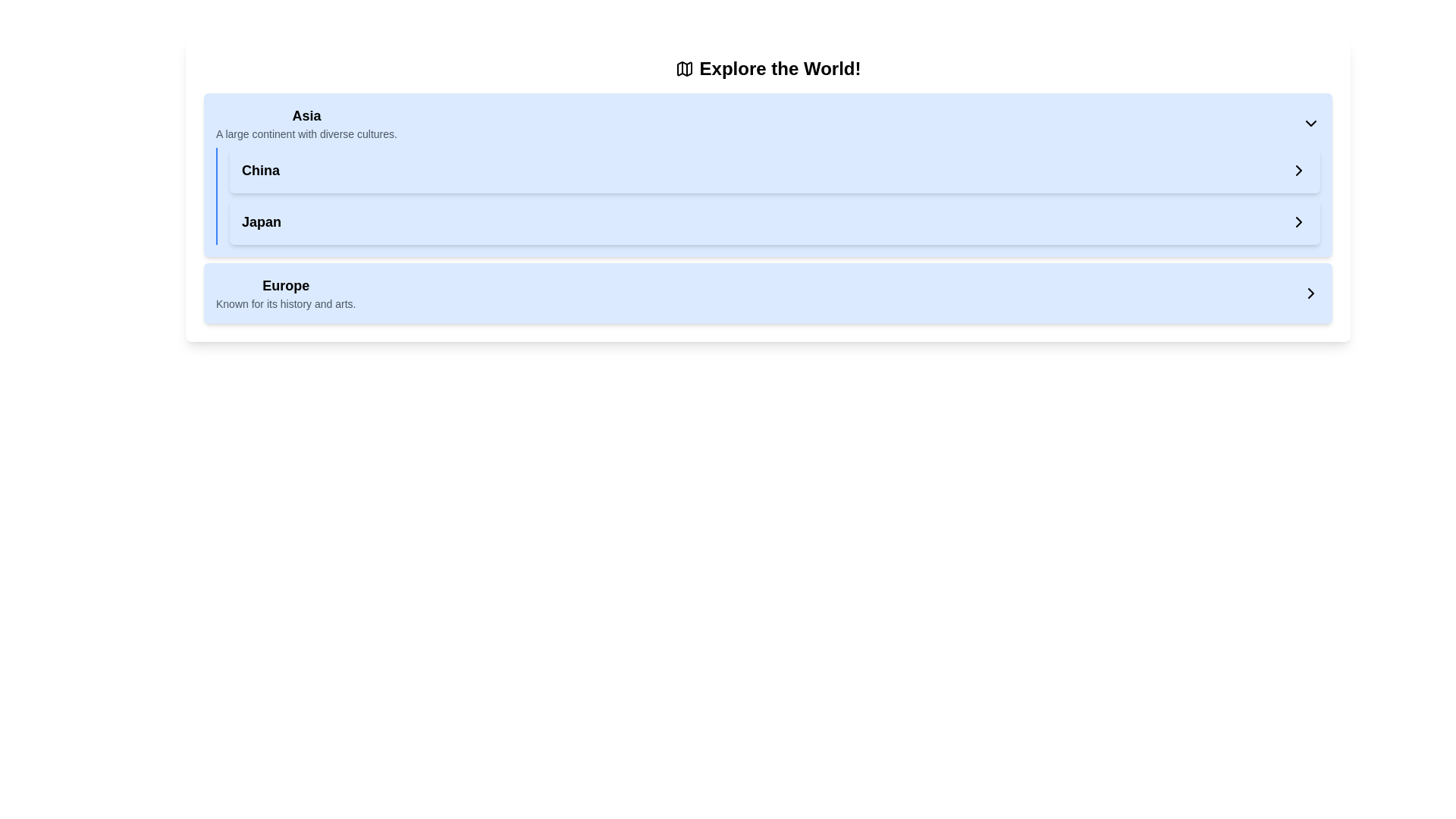 The height and width of the screenshot is (819, 1456). What do you see at coordinates (1310, 122) in the screenshot?
I see `the downward-facing chevron icon located at the far right of the 'Asia' header in the 'Explore the World!' interface` at bounding box center [1310, 122].